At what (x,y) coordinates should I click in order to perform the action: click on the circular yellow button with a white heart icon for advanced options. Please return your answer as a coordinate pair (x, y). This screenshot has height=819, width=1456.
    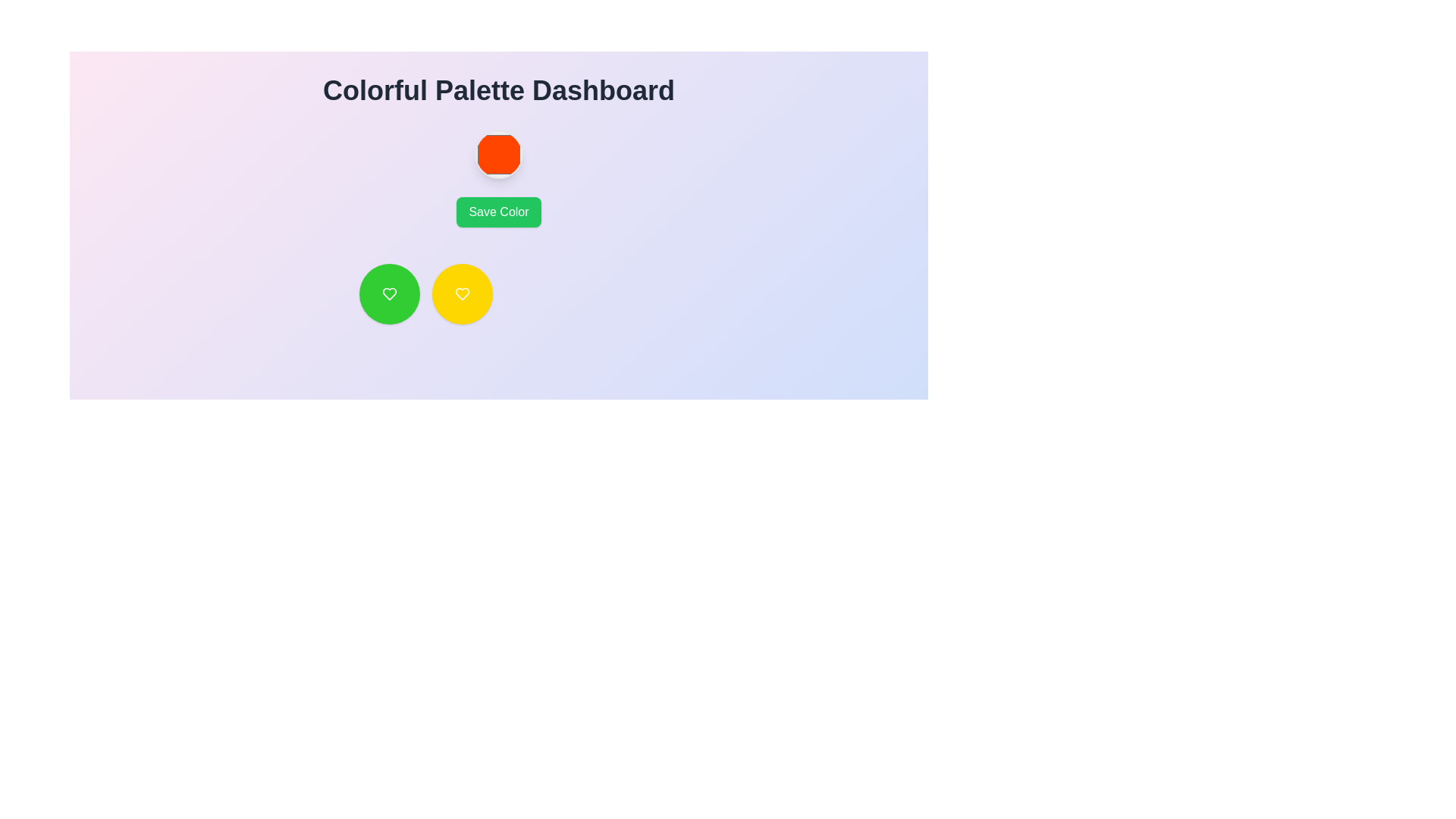
    Looking at the image, I should click on (461, 294).